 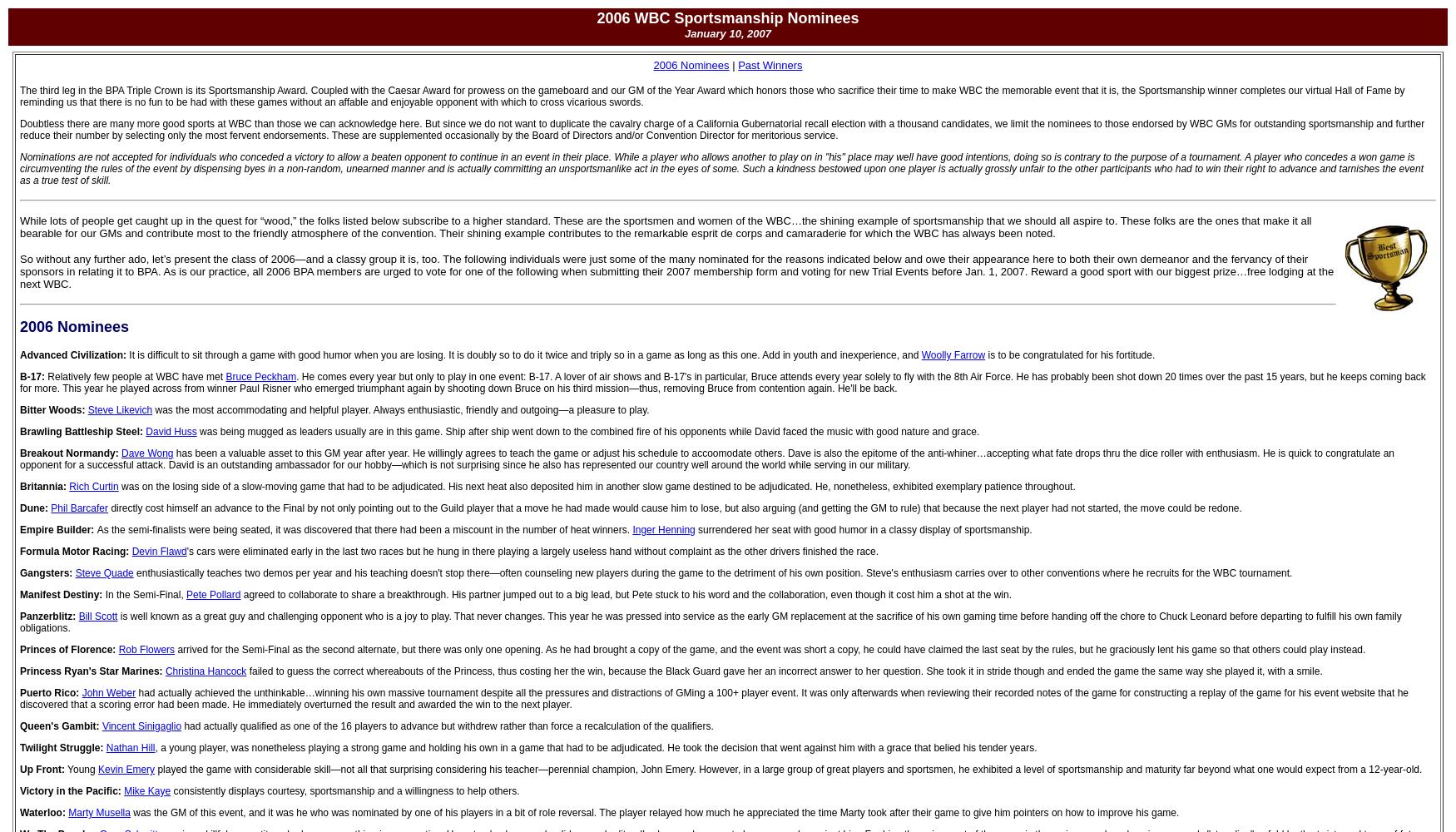 I want to click on 'Breakout Normandy:', so click(x=18, y=453).